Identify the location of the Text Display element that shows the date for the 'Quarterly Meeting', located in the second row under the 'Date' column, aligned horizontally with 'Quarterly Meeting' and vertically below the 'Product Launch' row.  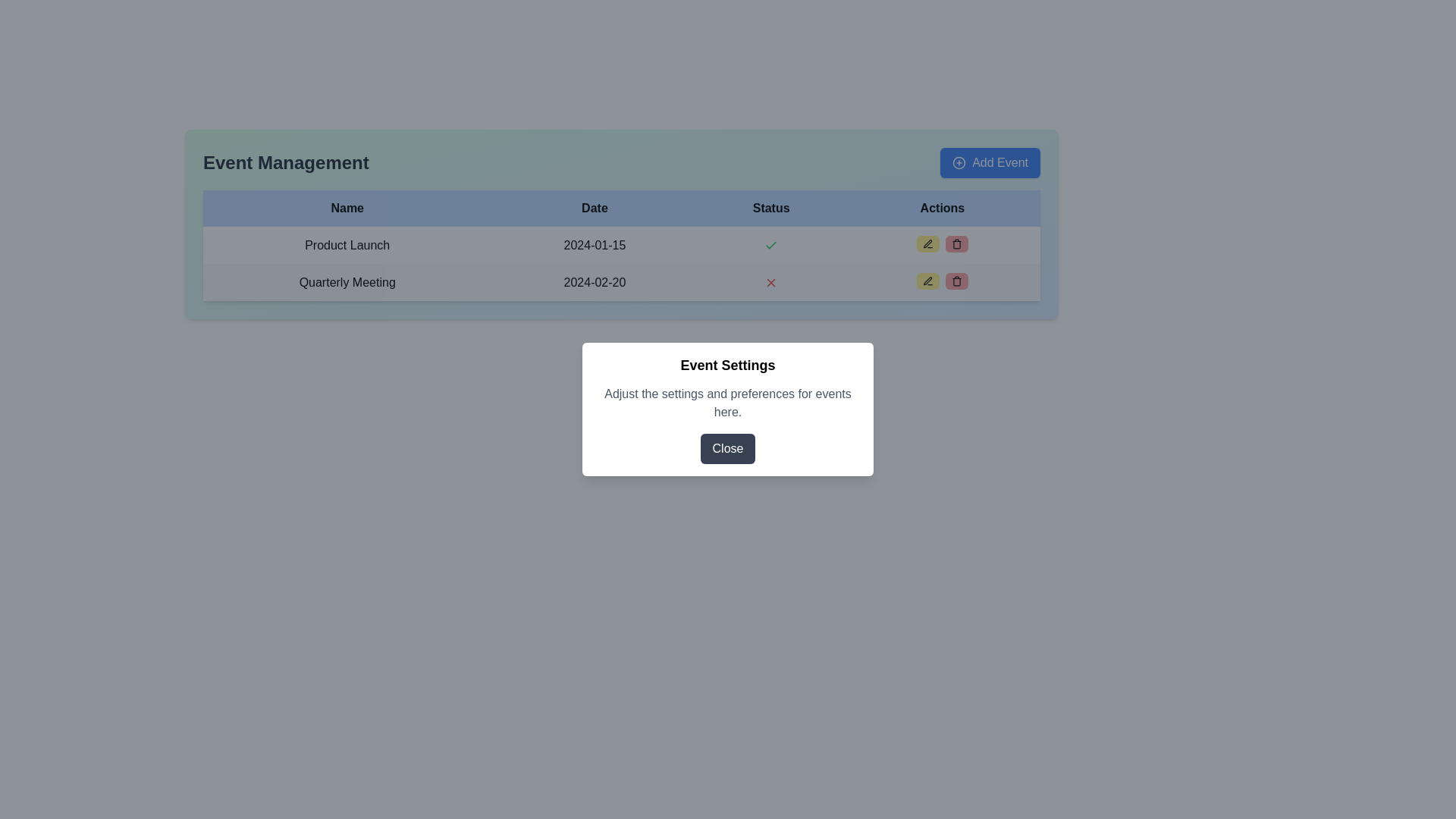
(622, 281).